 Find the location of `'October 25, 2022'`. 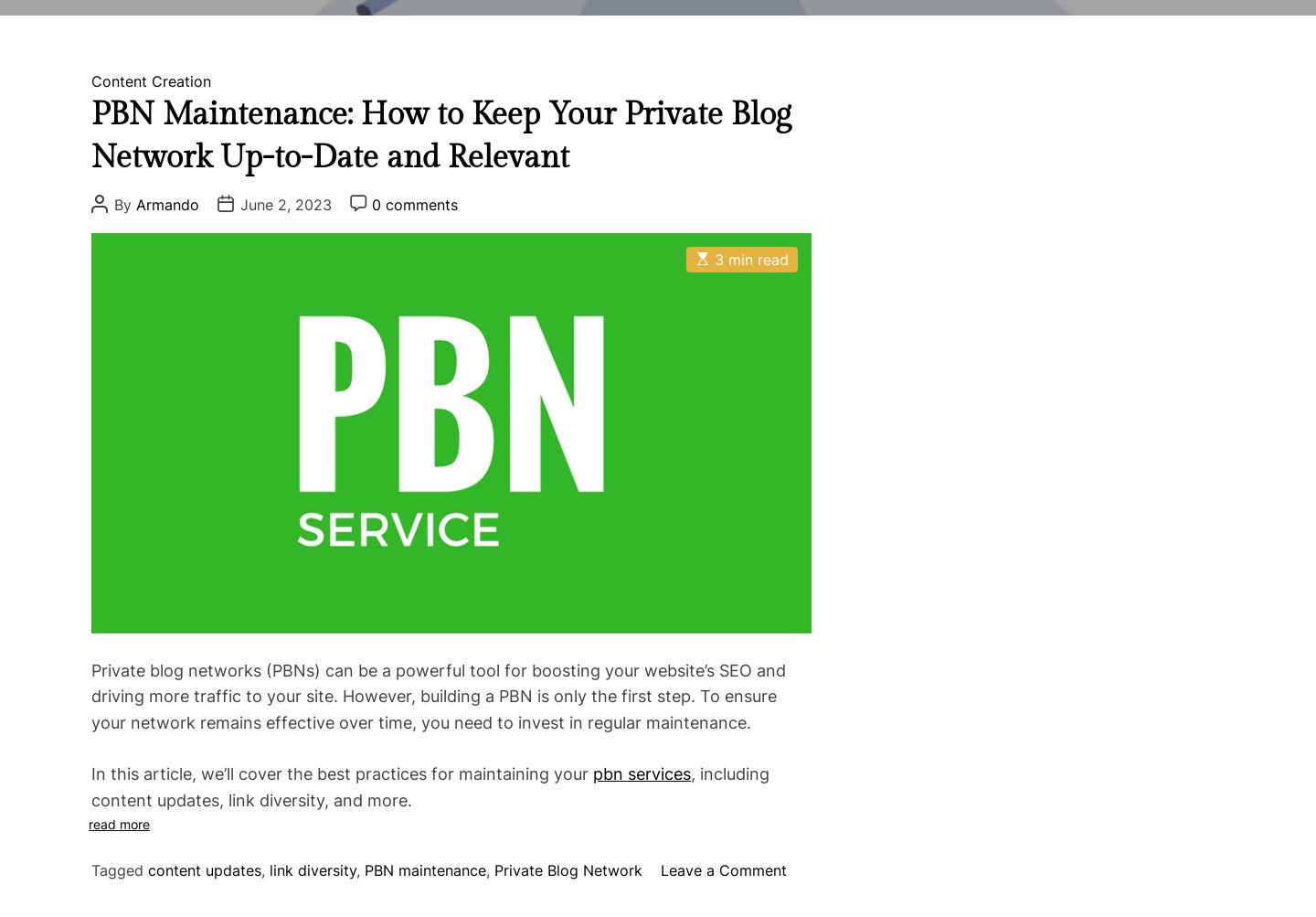

'October 25, 2022' is located at coordinates (1000, 642).